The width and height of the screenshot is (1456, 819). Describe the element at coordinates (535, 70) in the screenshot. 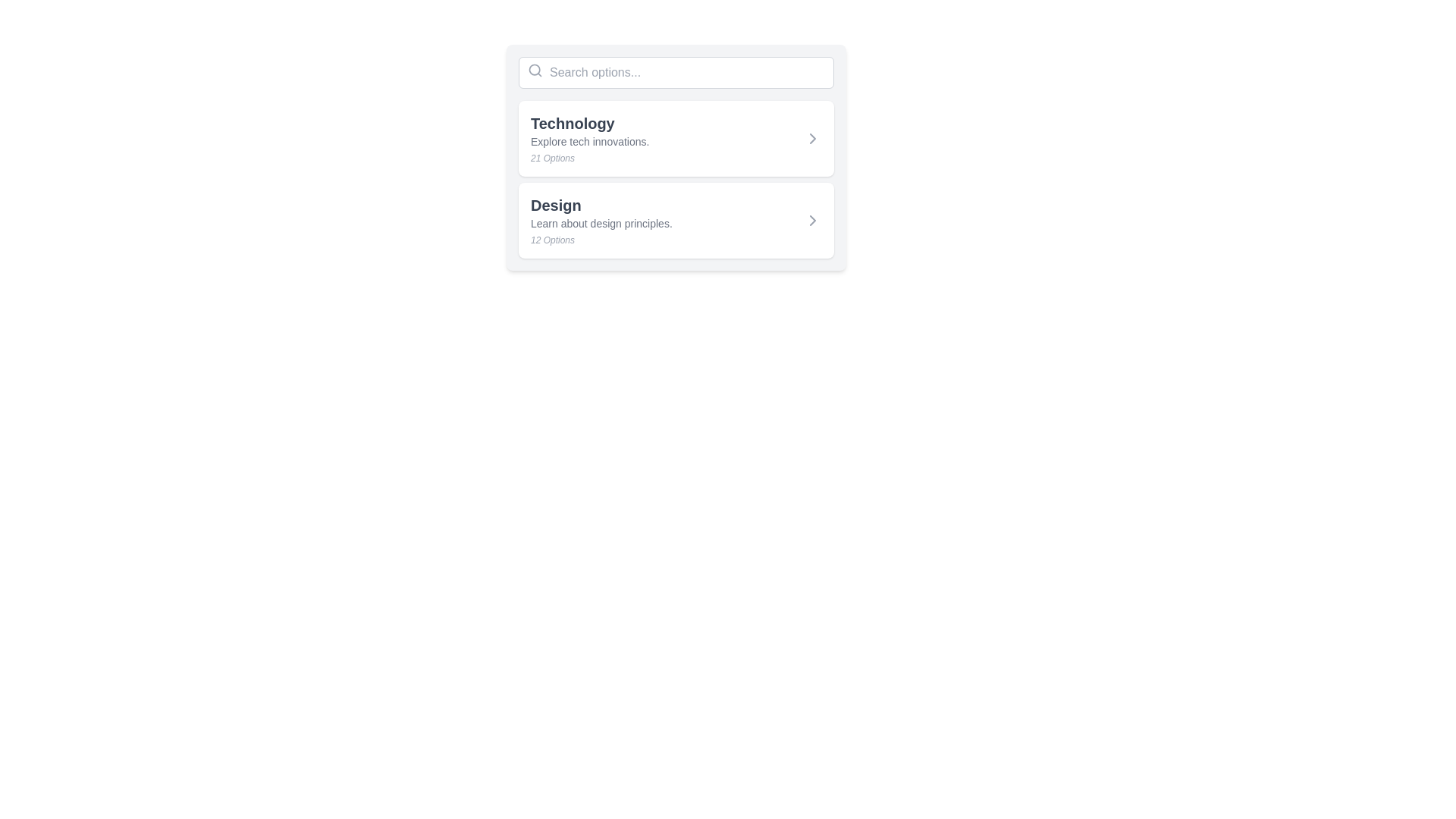

I see `the search icon, which is a gray magnifying glass with a circular outline, located within the left section of the search input box adjacent to the placeholder text 'Search options...'` at that location.